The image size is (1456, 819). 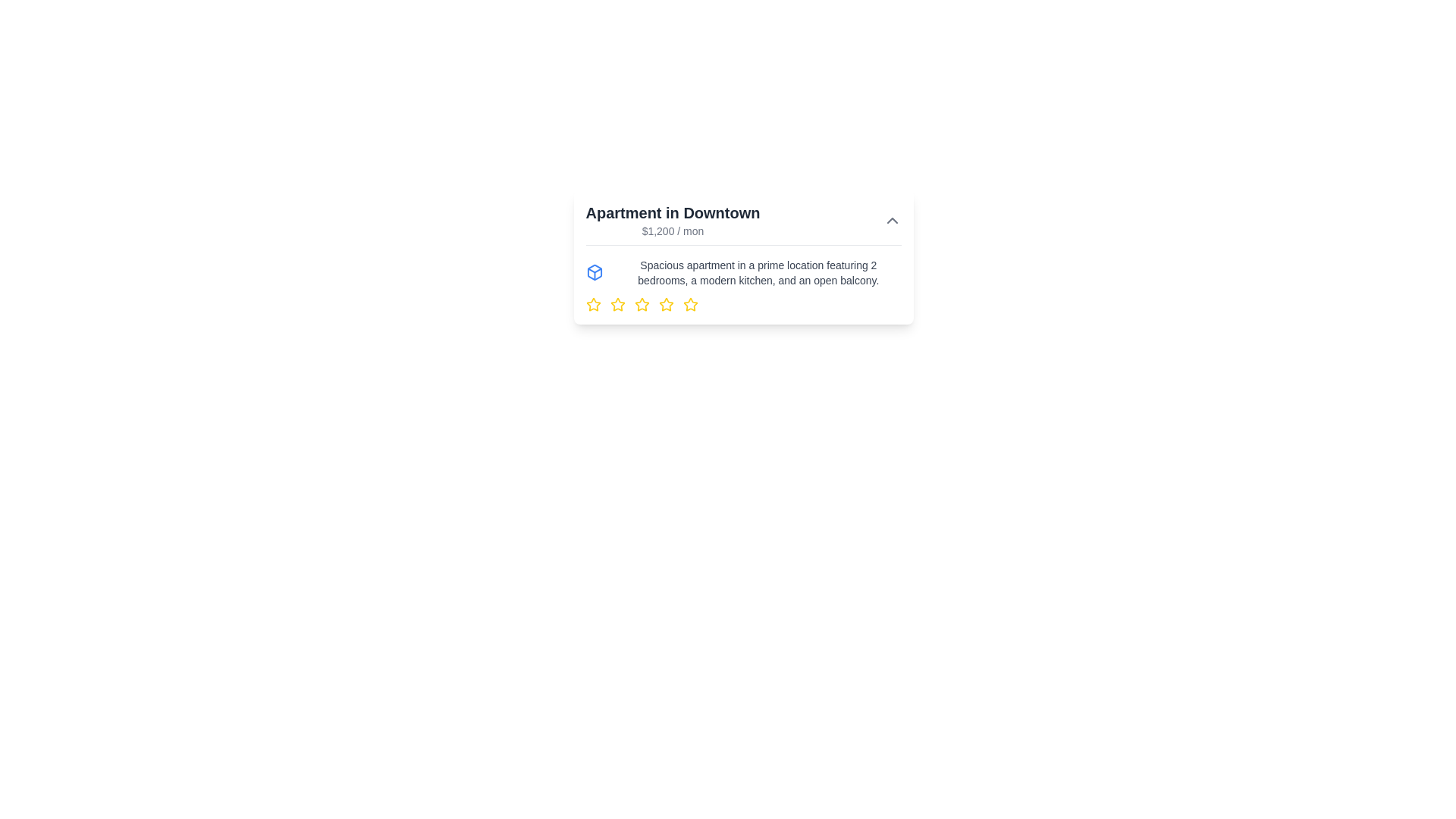 I want to click on the sixth star icon in the horizontal sequence of rating components, so click(x=666, y=304).